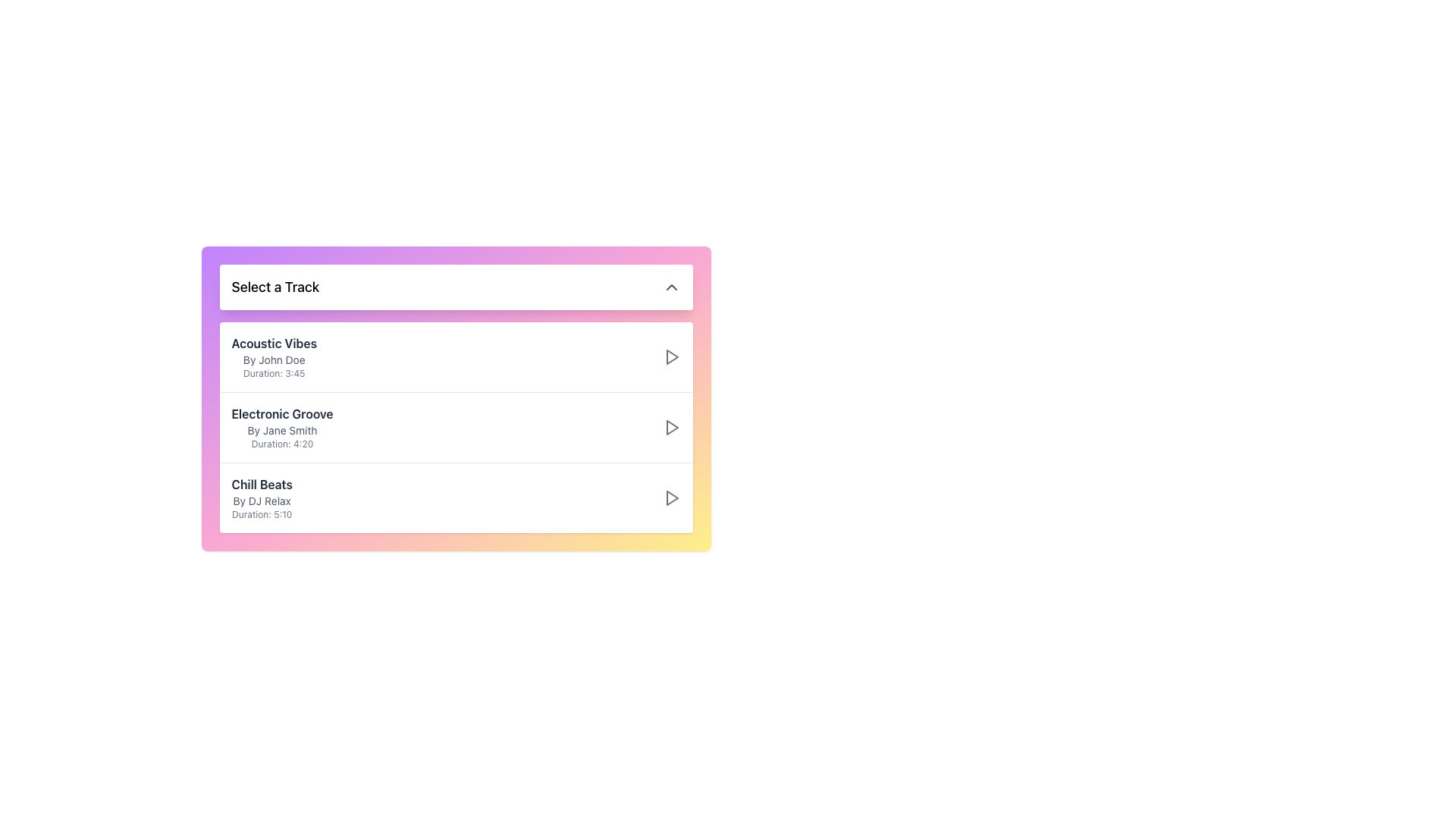 Image resolution: width=1456 pixels, height=819 pixels. What do you see at coordinates (455, 356) in the screenshot?
I see `the first selectable track item in the list, which displays the track name, artist, and duration` at bounding box center [455, 356].